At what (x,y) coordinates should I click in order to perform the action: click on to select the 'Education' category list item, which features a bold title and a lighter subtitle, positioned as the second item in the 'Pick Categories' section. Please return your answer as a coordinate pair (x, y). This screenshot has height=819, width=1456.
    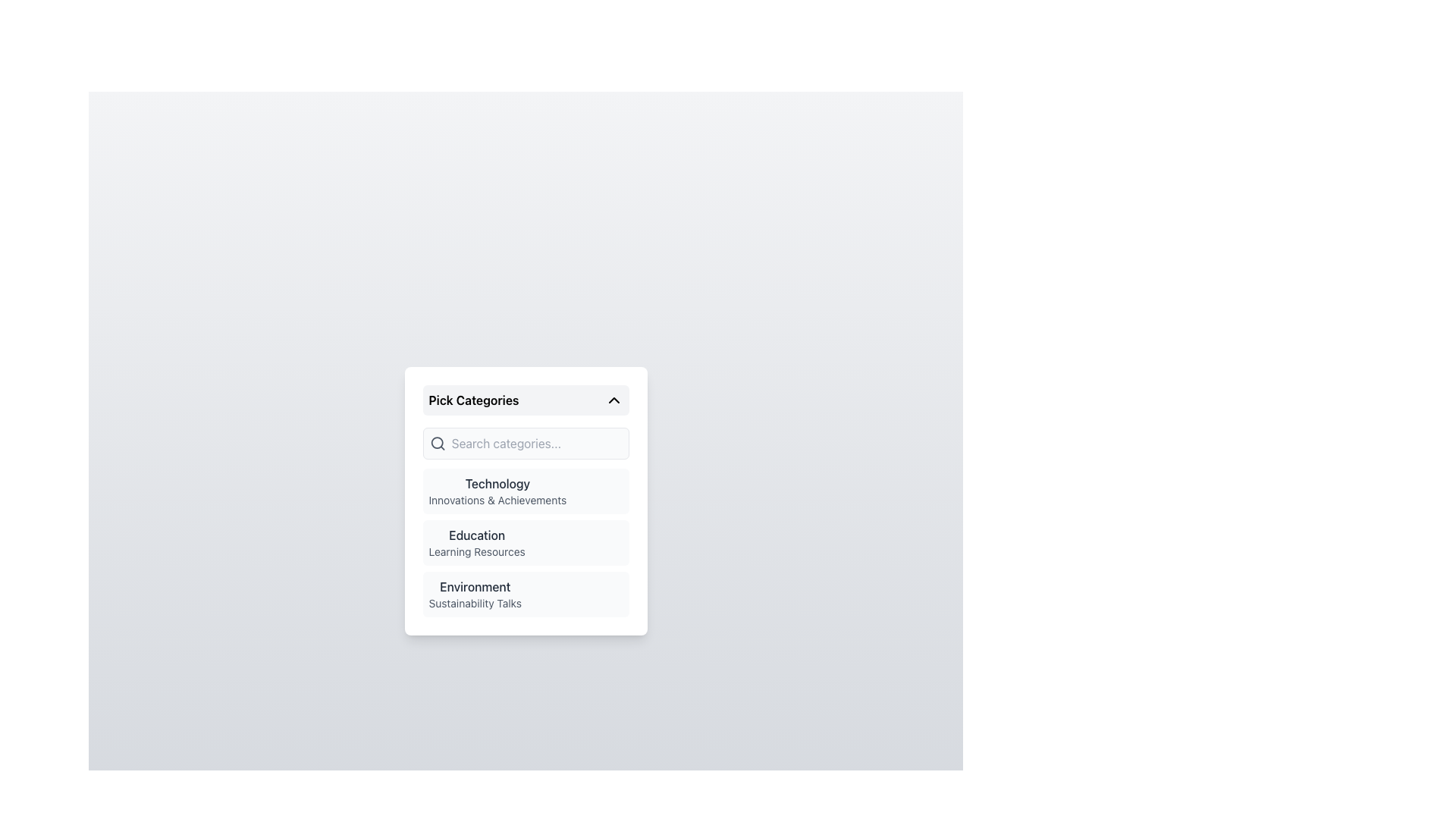
    Looking at the image, I should click on (526, 542).